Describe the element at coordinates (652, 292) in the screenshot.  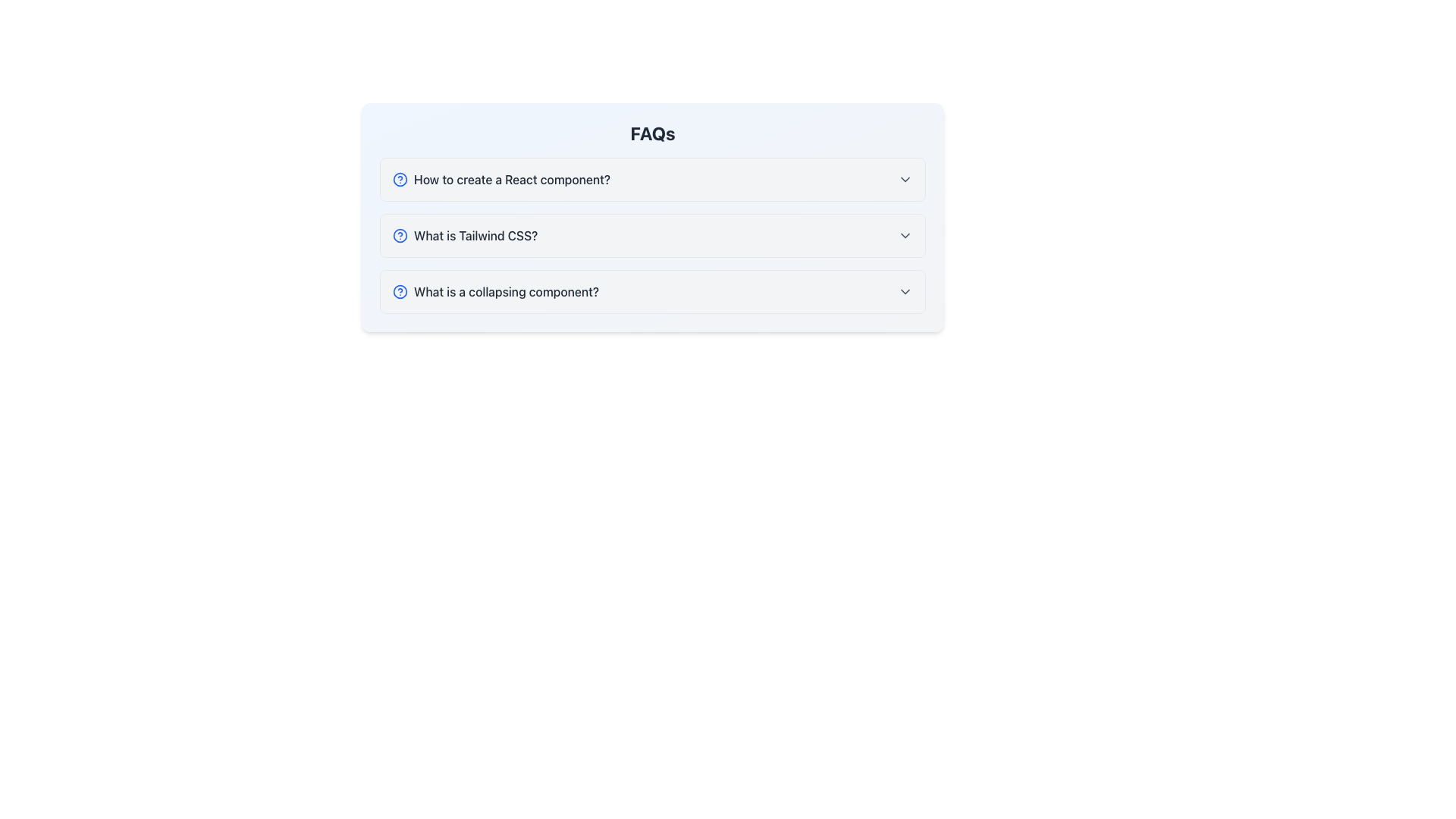
I see `the Collapsible FAQ item related to 'What is a collapsing component?' to interact with it` at that location.